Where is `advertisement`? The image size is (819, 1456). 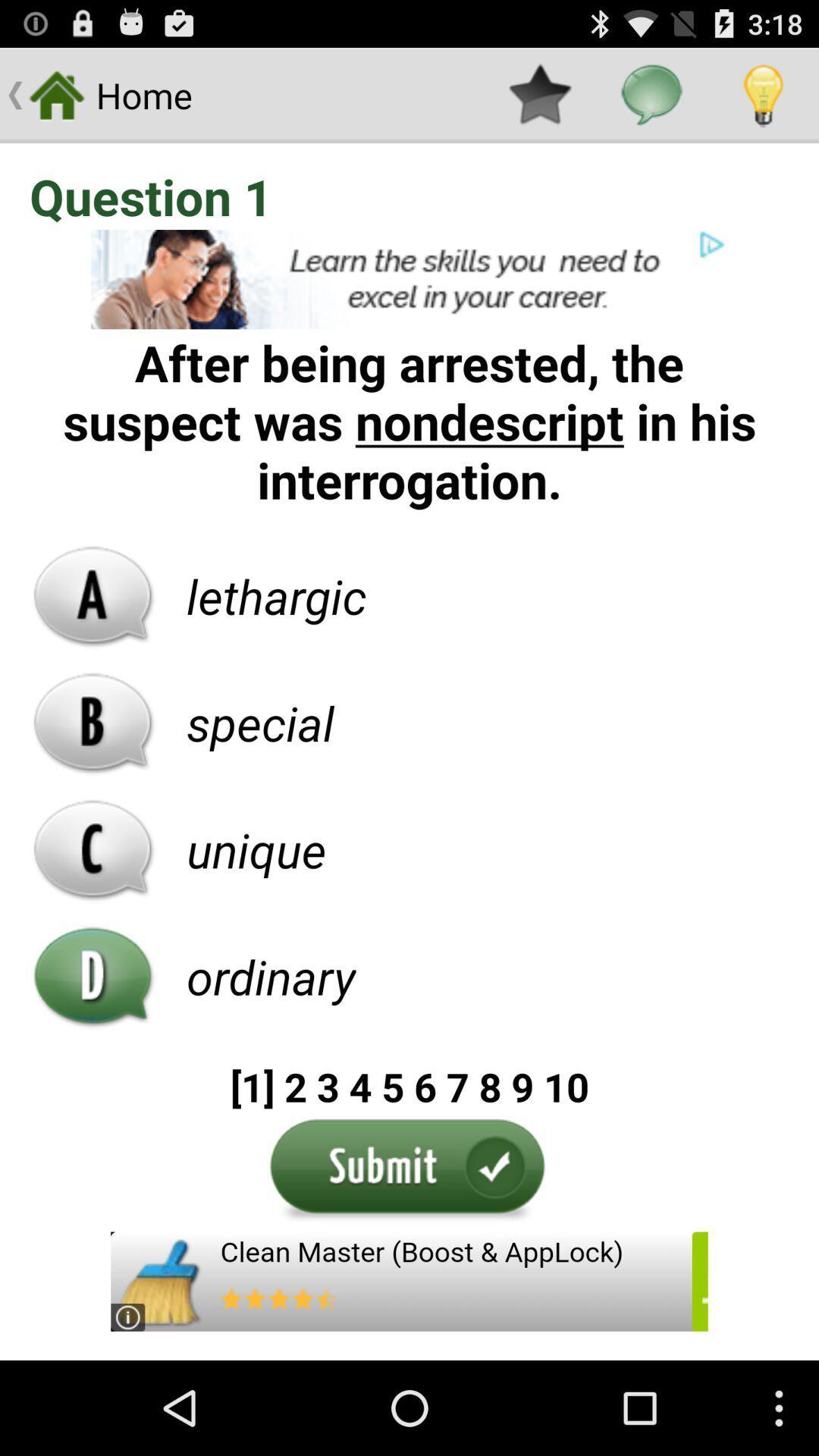 advertisement is located at coordinates (409, 1281).